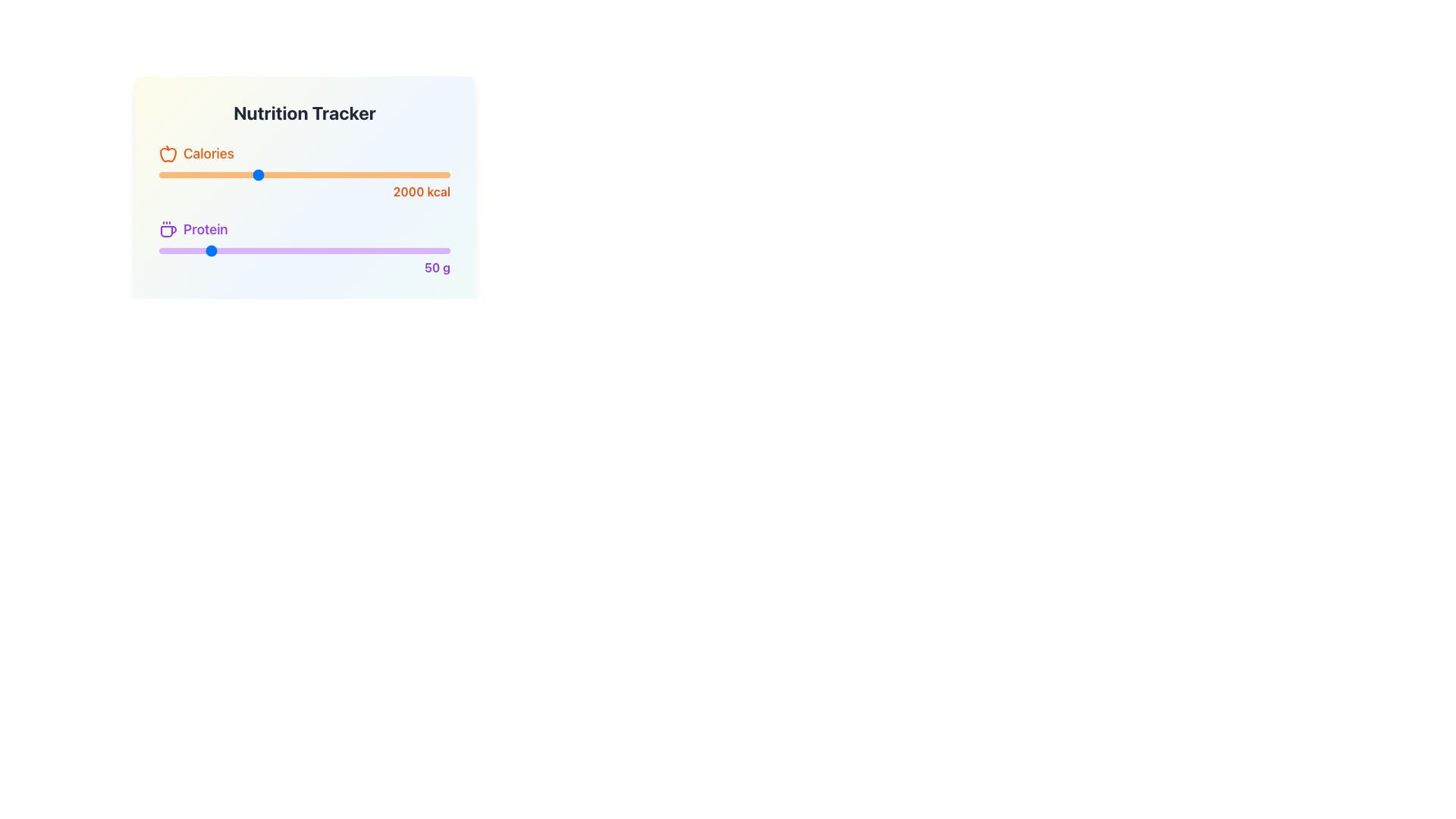 The width and height of the screenshot is (1456, 819). Describe the element at coordinates (208, 154) in the screenshot. I see `the text label displaying 'Calories' in bold and large orange font, located to the right of an apple icon in the 'Nutrition Tracker' section` at that location.